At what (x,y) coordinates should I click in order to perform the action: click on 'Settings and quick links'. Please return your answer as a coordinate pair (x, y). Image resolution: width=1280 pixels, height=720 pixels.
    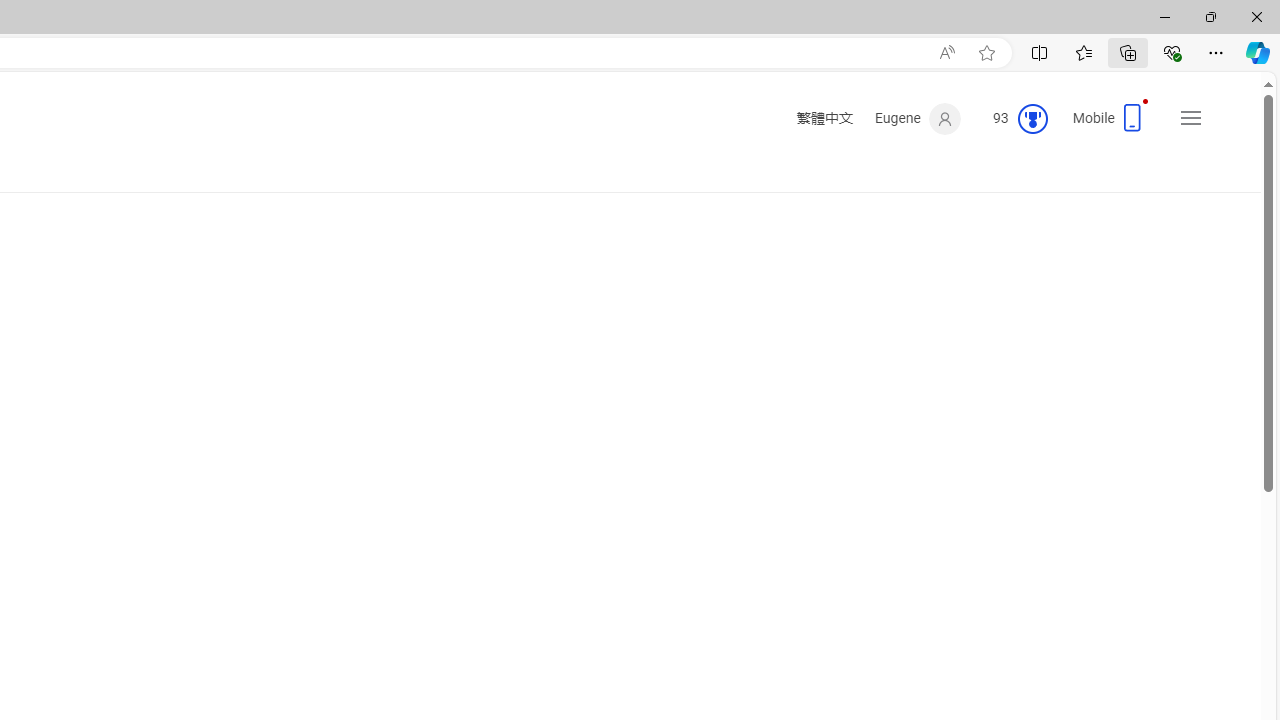
    Looking at the image, I should click on (1191, 118).